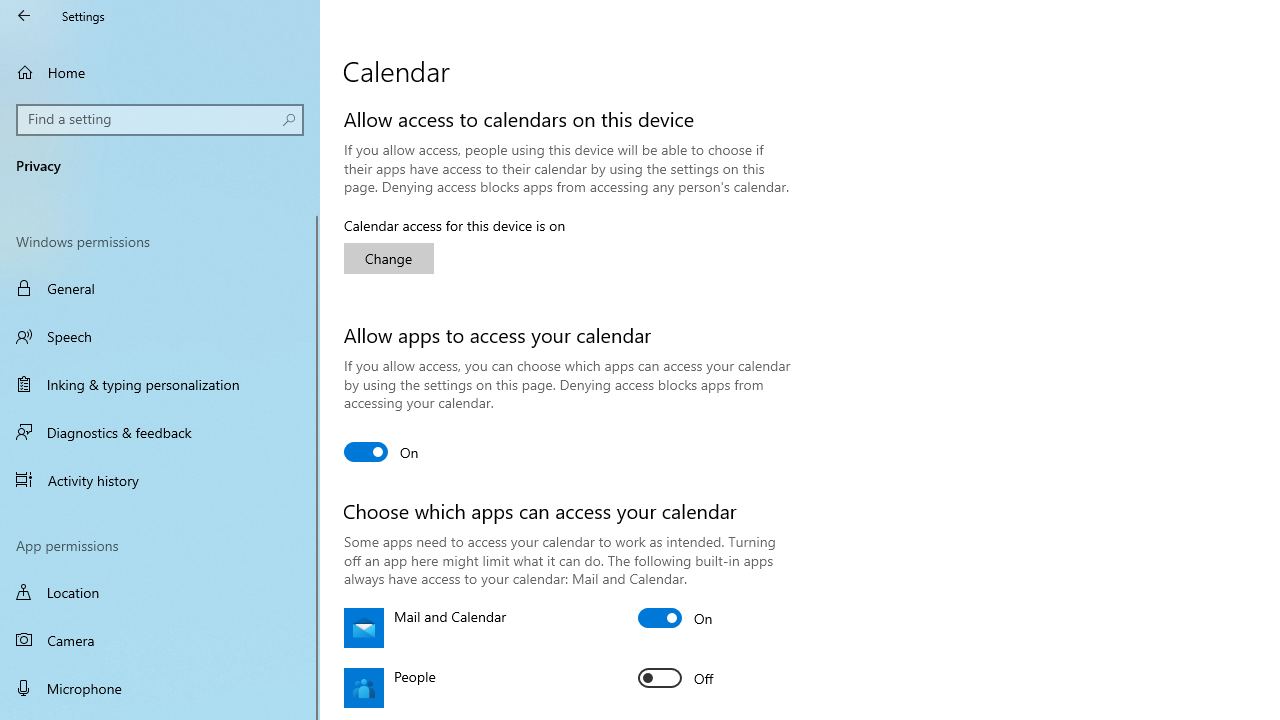 Image resolution: width=1280 pixels, height=720 pixels. What do you see at coordinates (160, 479) in the screenshot?
I see `'Activity history'` at bounding box center [160, 479].